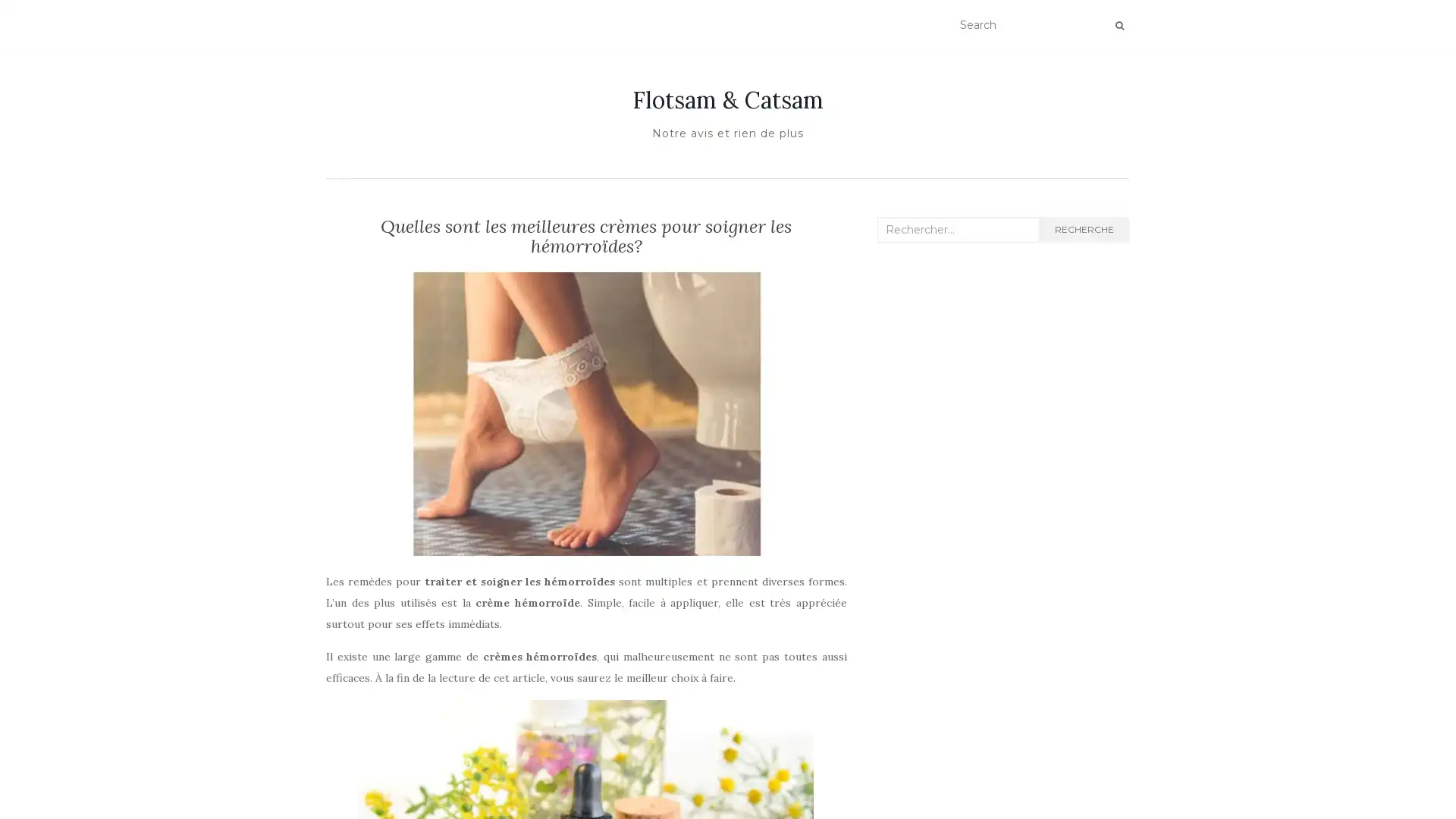  What do you see at coordinates (1083, 230) in the screenshot?
I see `RECHERCHE` at bounding box center [1083, 230].